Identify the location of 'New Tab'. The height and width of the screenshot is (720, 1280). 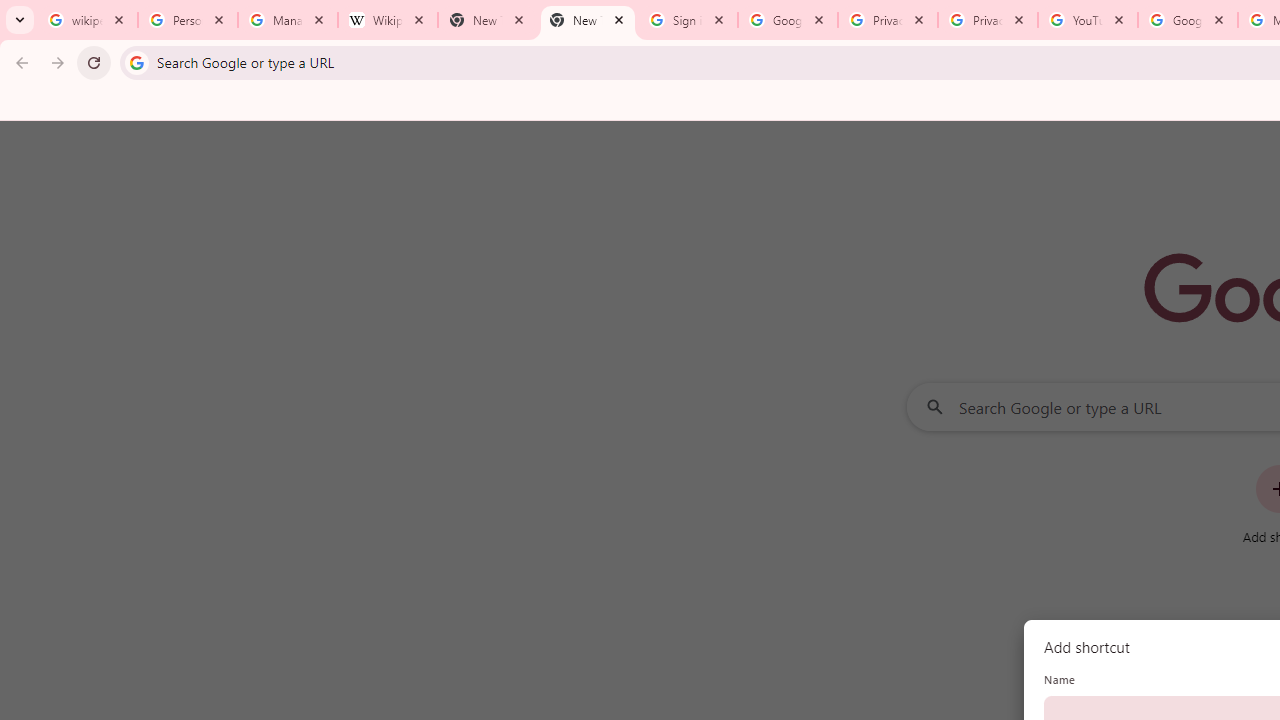
(586, 20).